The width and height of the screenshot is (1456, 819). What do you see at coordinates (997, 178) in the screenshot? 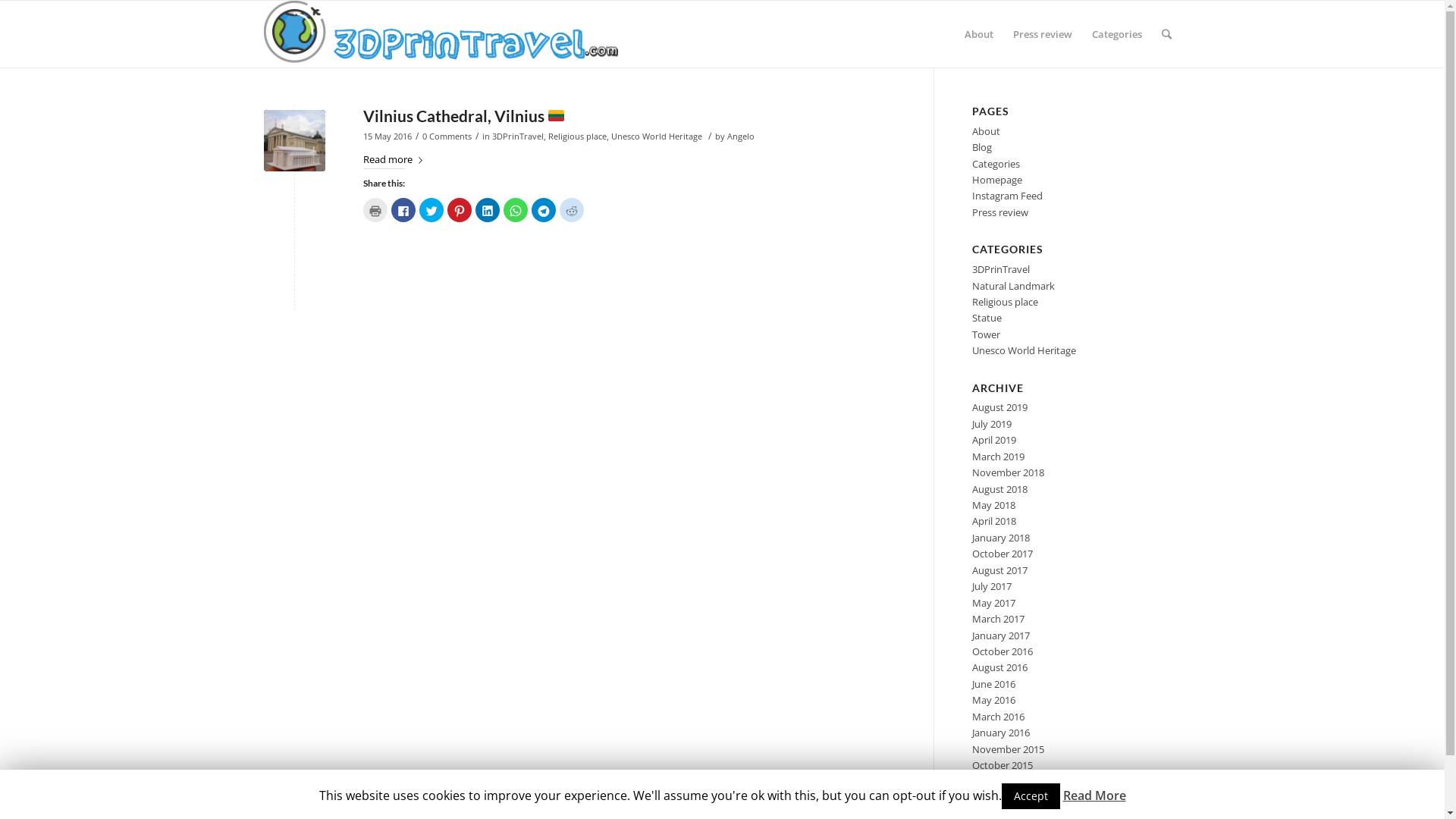
I see `'Homepage'` at bounding box center [997, 178].